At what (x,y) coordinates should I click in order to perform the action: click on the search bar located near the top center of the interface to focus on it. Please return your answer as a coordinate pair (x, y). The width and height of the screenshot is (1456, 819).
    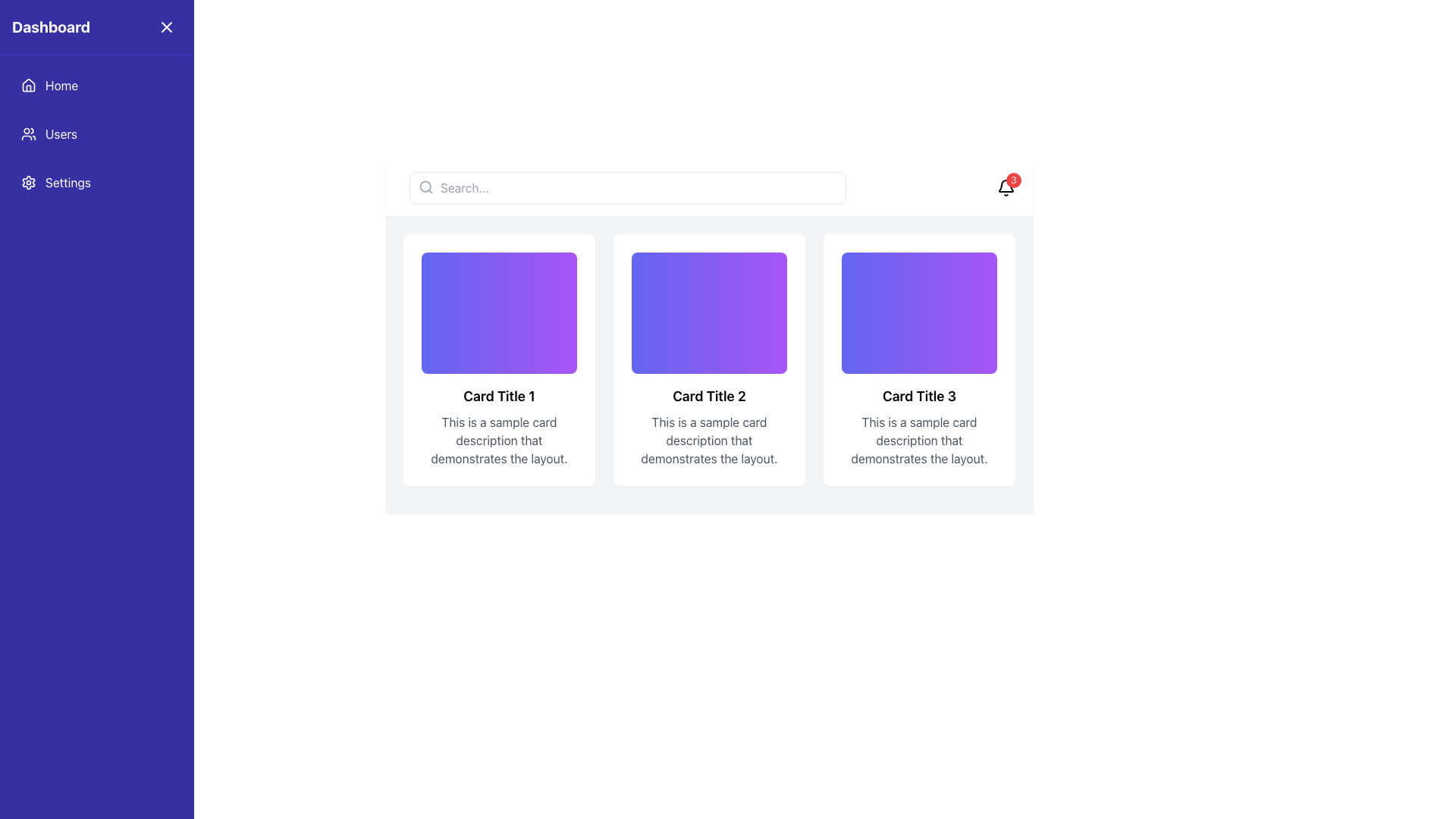
    Looking at the image, I should click on (628, 187).